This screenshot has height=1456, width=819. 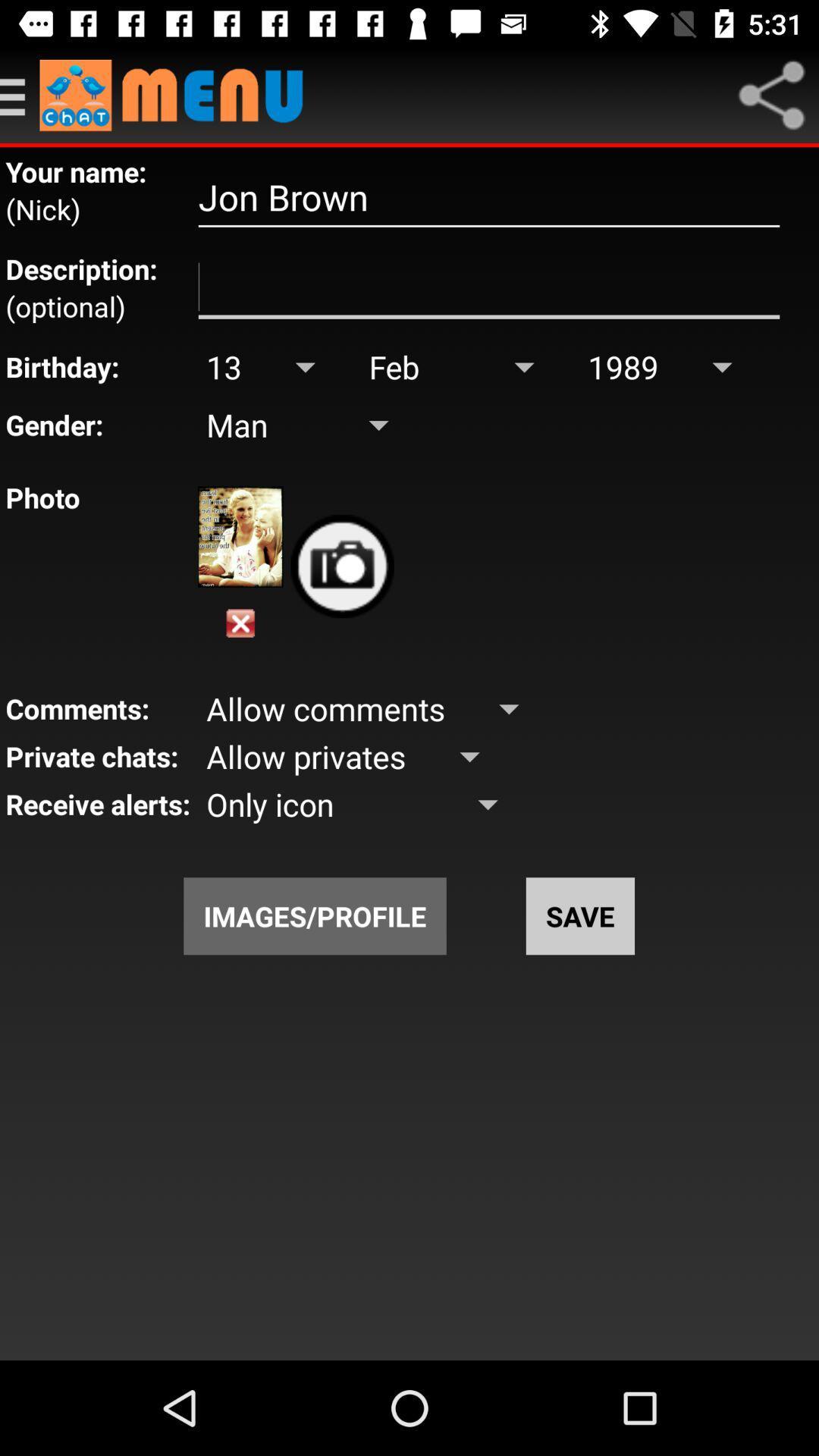 I want to click on menu selection, so click(x=178, y=94).